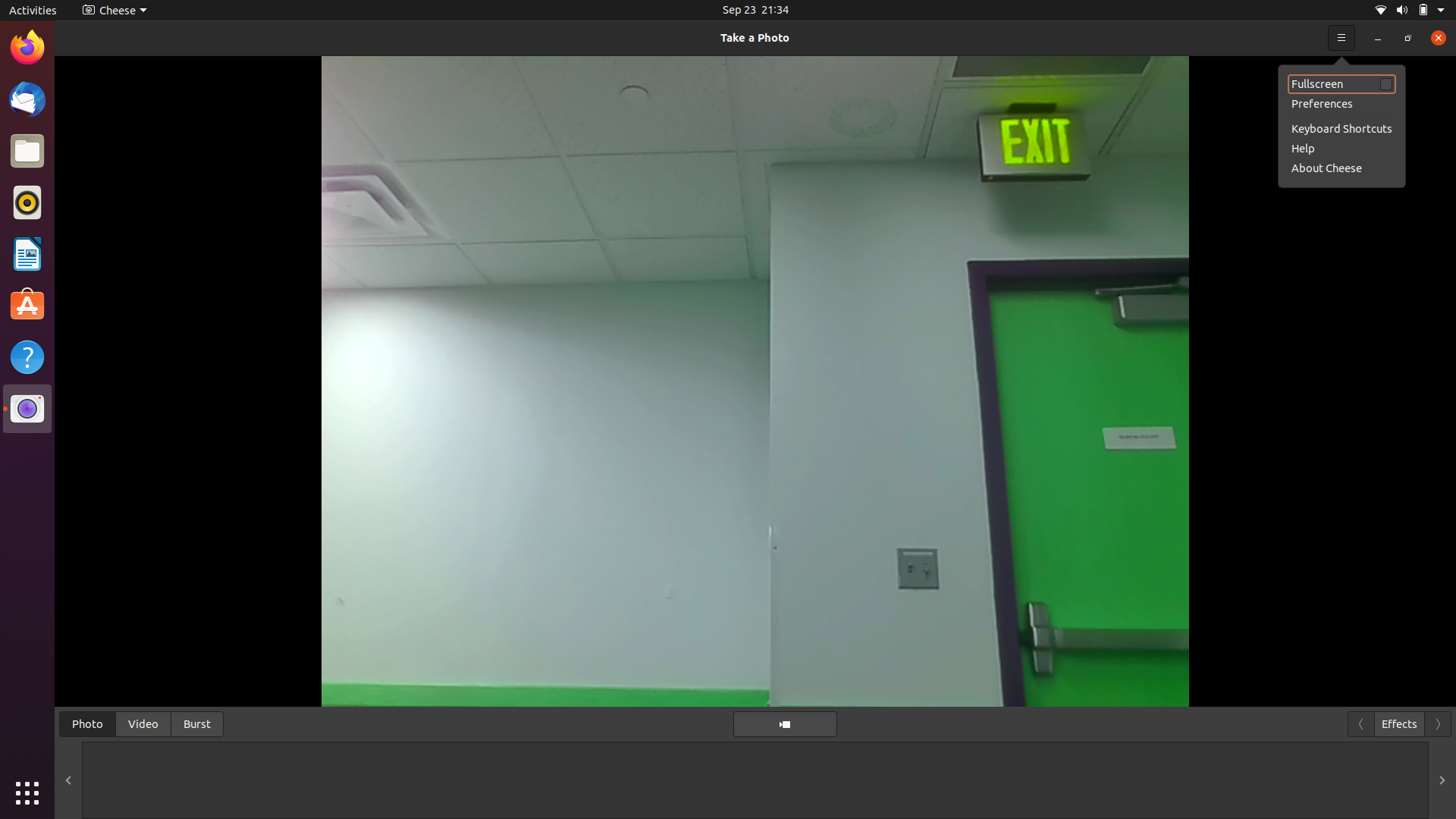 Image resolution: width=1456 pixels, height=819 pixels. I want to click on Close the camera window, so click(1433, 36).